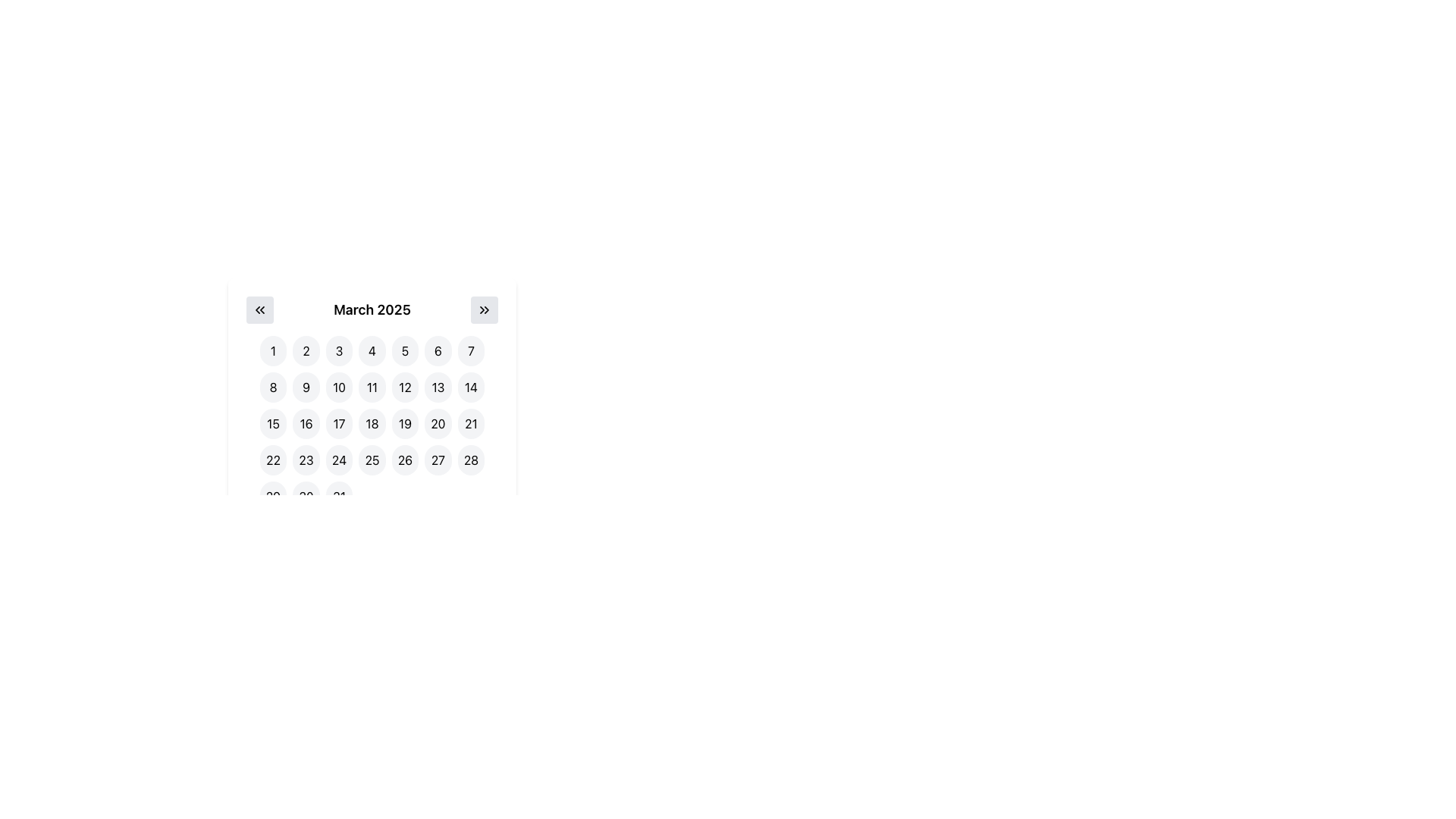 The height and width of the screenshot is (819, 1456). What do you see at coordinates (259, 309) in the screenshot?
I see `the button that navigates to the previous year's calendar display, located at the top-left corner of the interface next to the calendar title 'March 2025'` at bounding box center [259, 309].